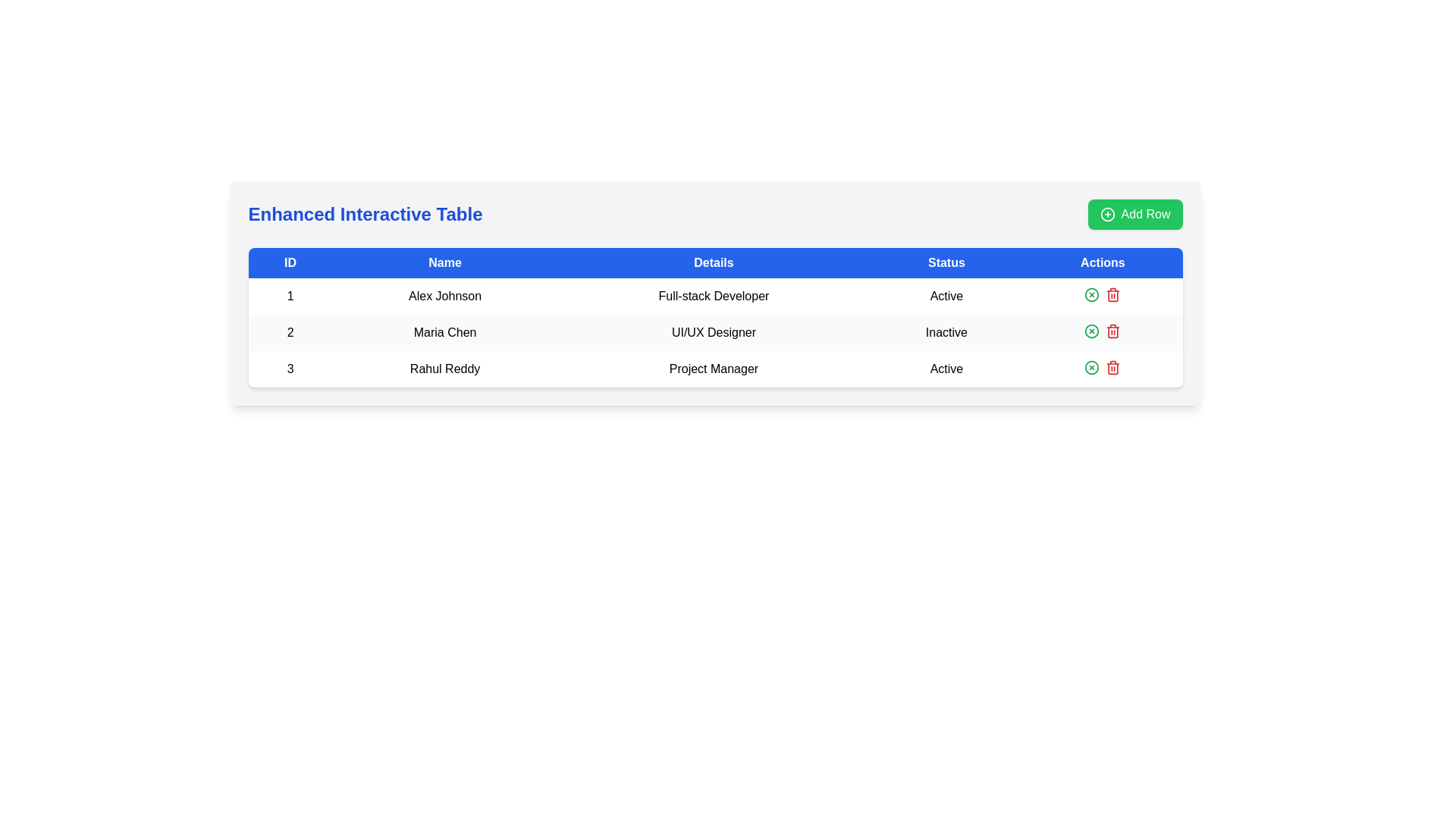 The height and width of the screenshot is (819, 1456). I want to click on the Static Table Header at the top of the table which contains the sections 'ID', 'Name', 'Details', 'Status', and 'Actions', so click(714, 262).